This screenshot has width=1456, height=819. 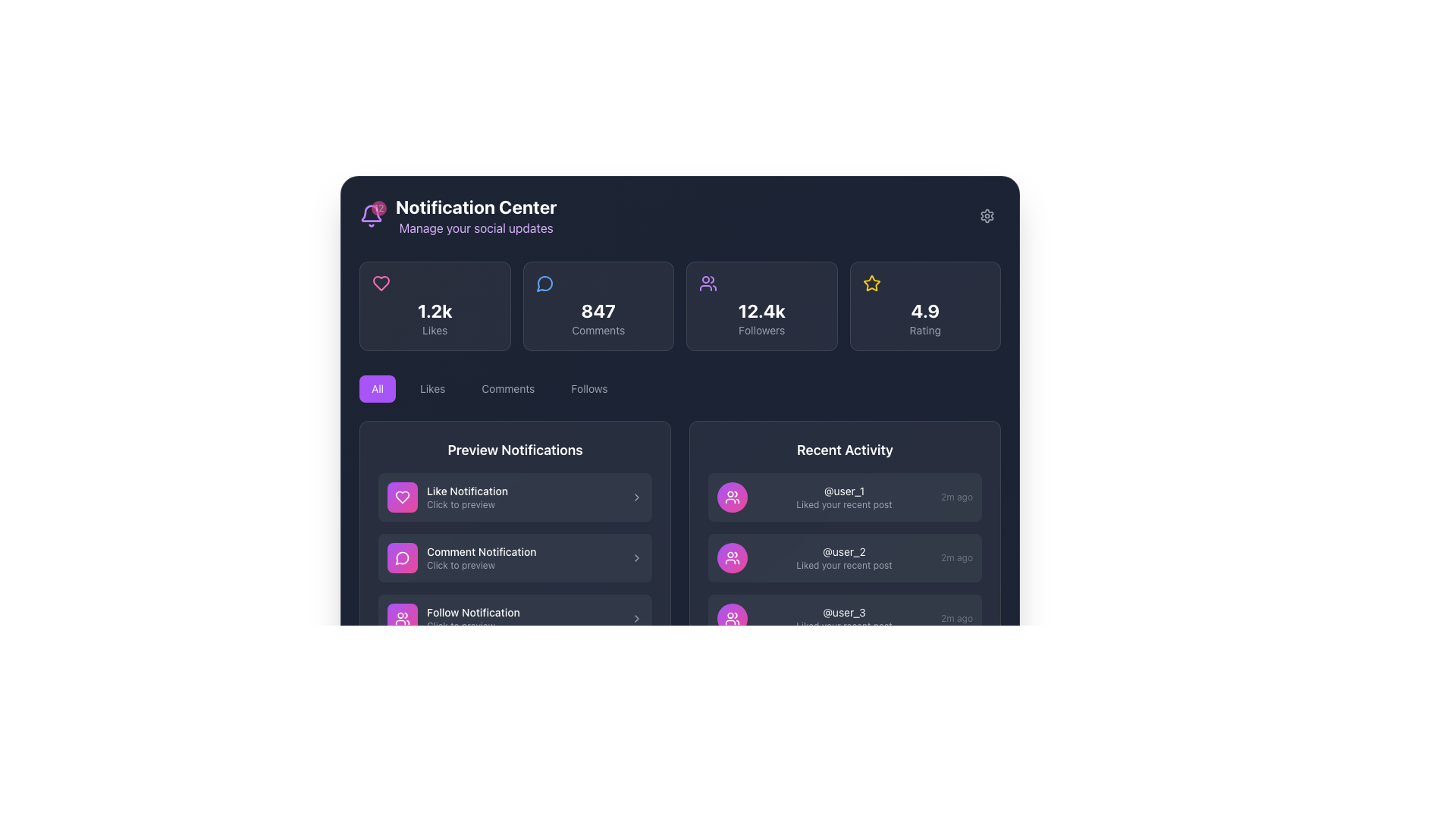 What do you see at coordinates (843, 619) in the screenshot?
I see `the text label indicating that '@user_3' liked a recent post, which is the third entry in the 'Recent Activity' section` at bounding box center [843, 619].